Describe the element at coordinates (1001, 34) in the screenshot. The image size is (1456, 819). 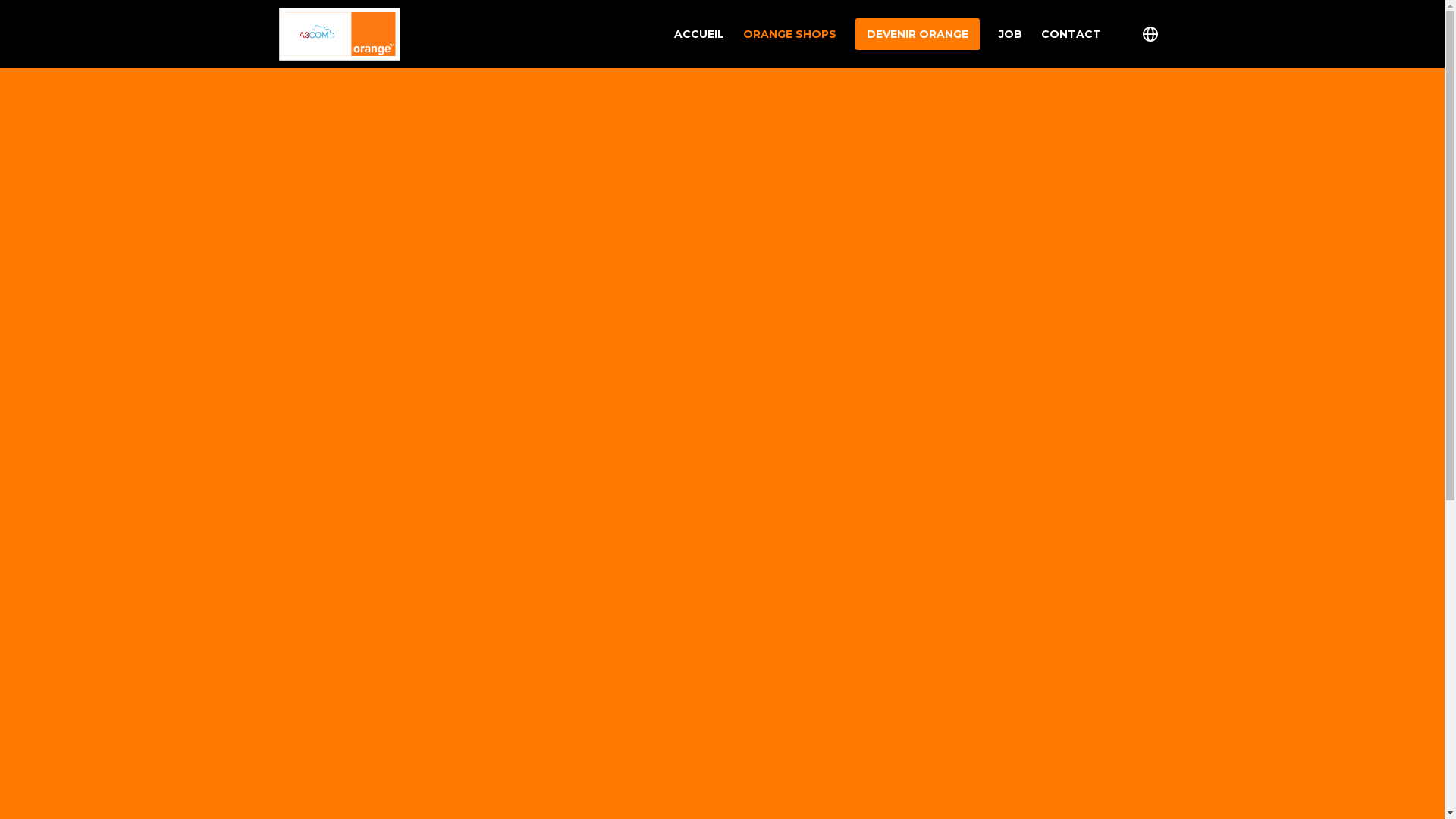
I see `'JOB'` at that location.